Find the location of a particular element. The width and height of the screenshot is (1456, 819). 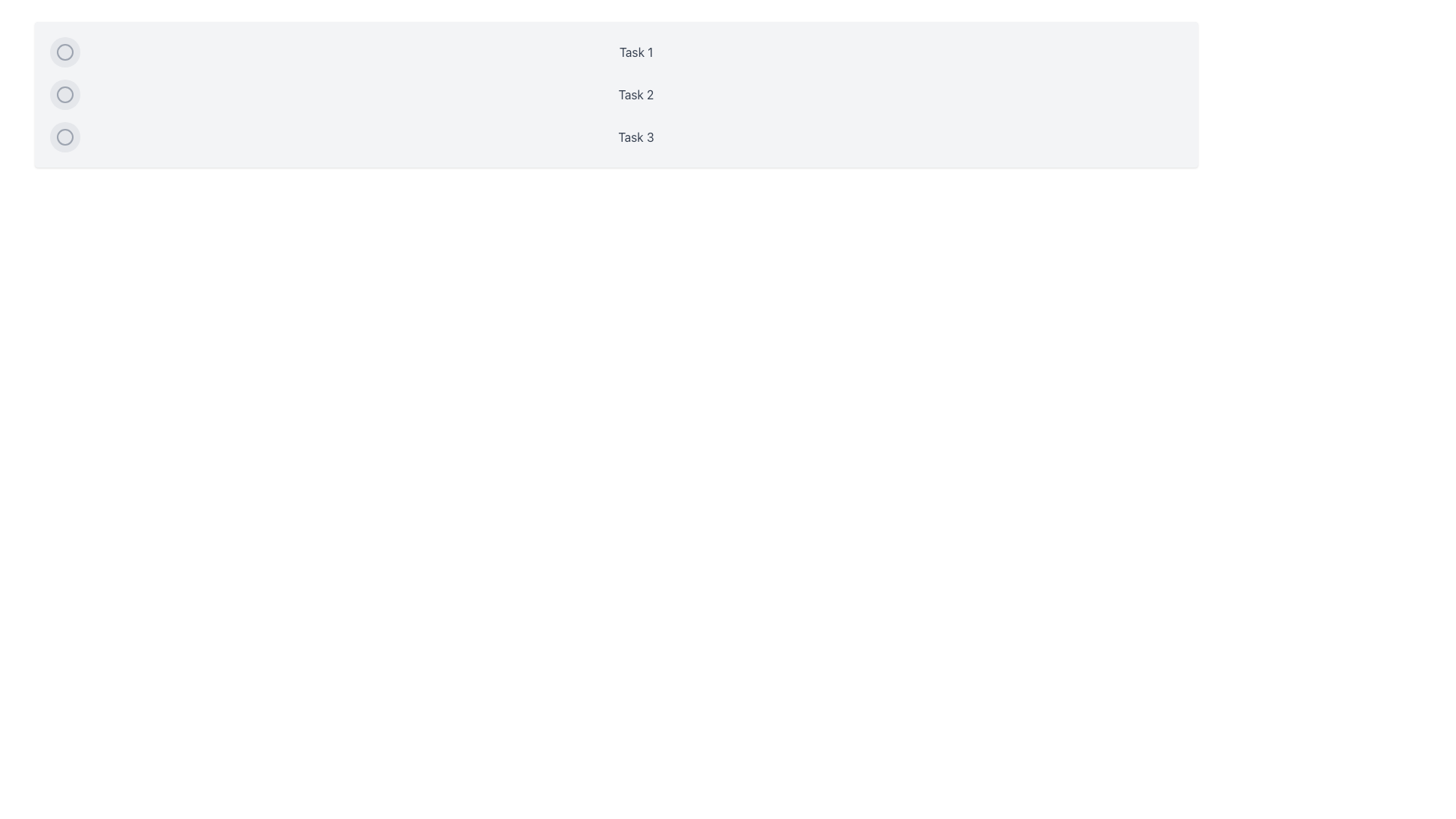

the status of the third circle graphic in the SVG icon, which is styled gray and positioned to the left of the label 'Task 3' is located at coordinates (64, 137).